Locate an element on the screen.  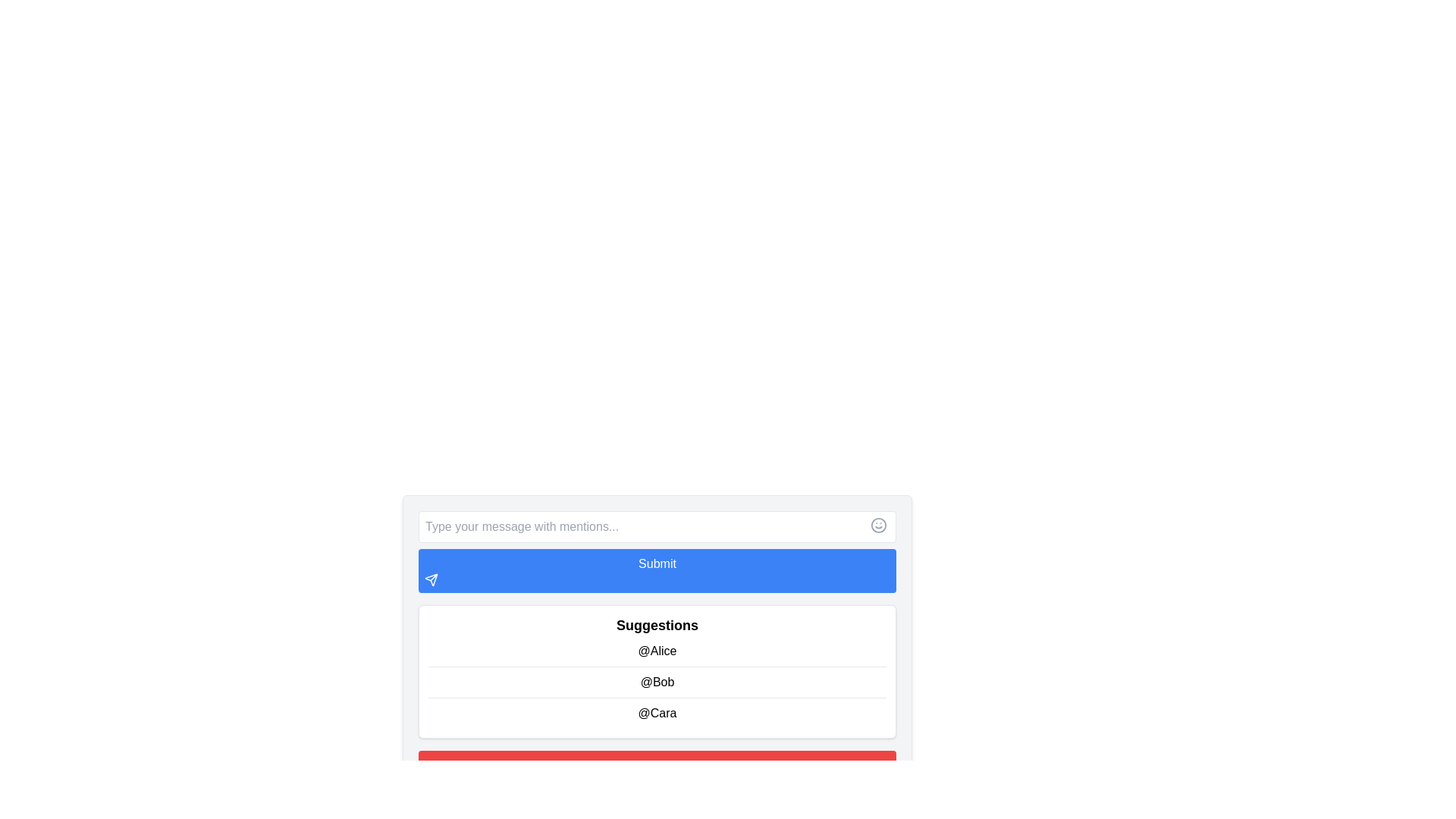
the first suggestion item in the Suggestions list is located at coordinates (657, 651).